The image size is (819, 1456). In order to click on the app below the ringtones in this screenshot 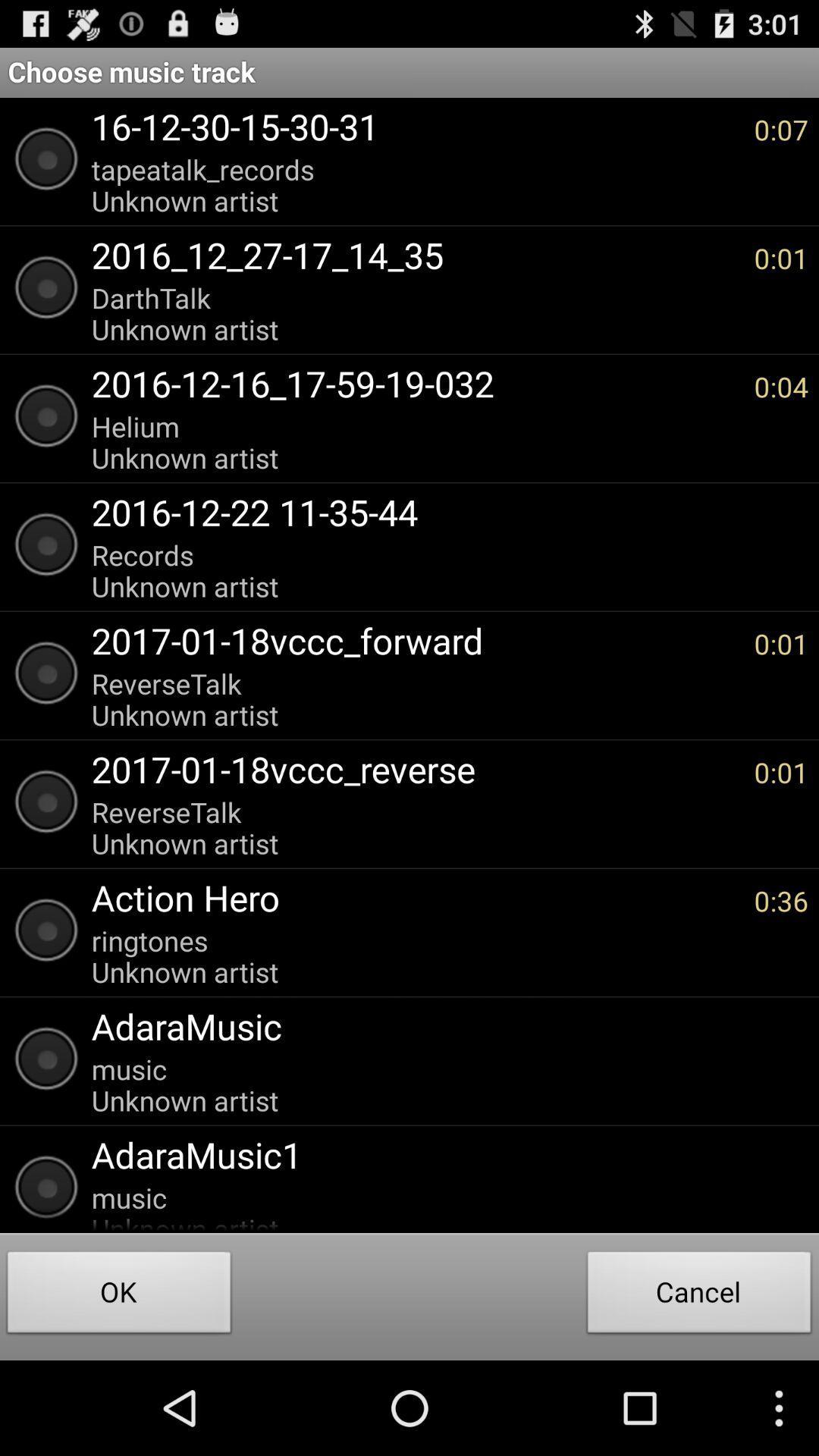, I will do `click(442, 1026)`.